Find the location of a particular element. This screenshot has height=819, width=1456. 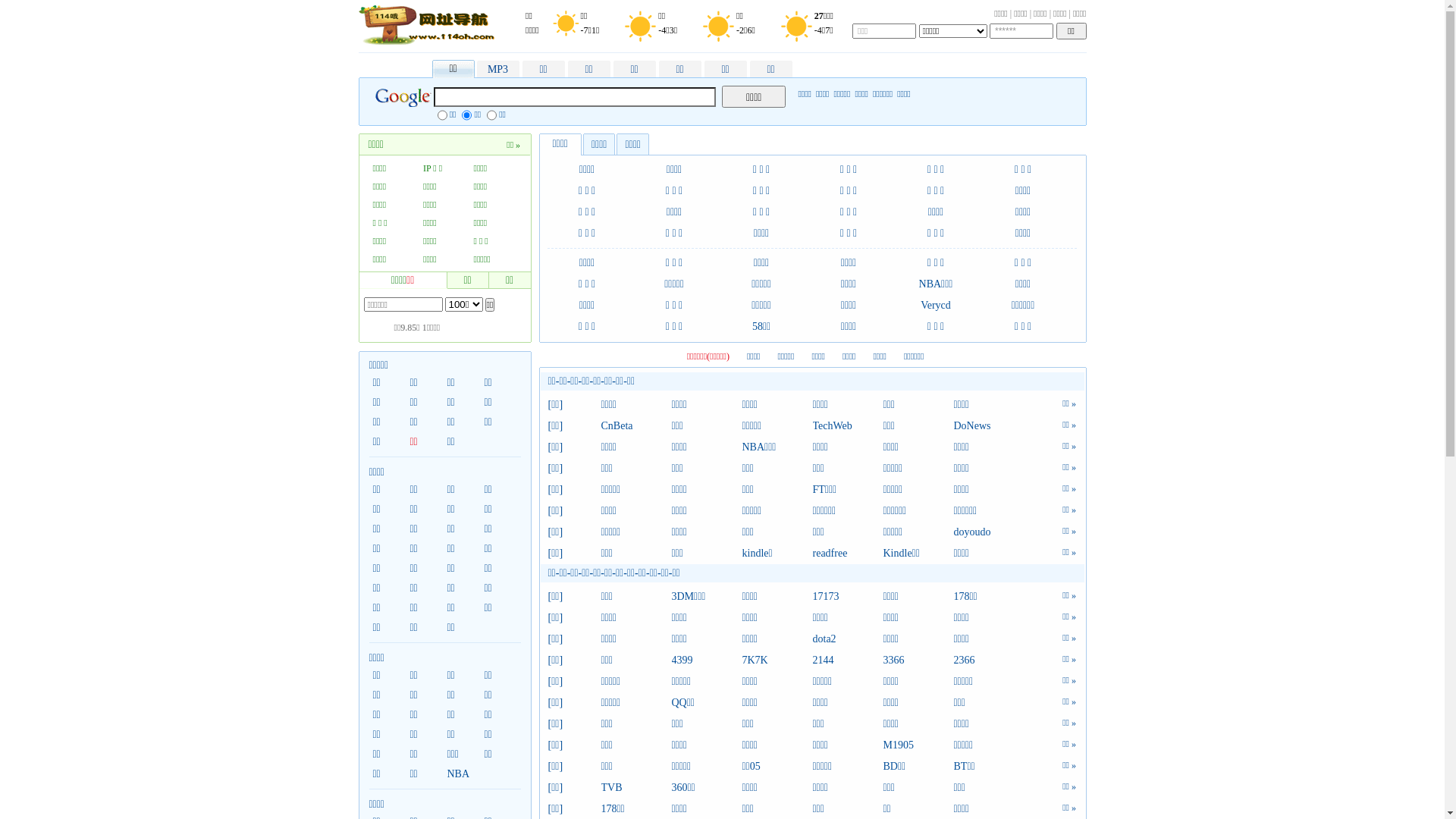

'NBA' is located at coordinates (460, 774).